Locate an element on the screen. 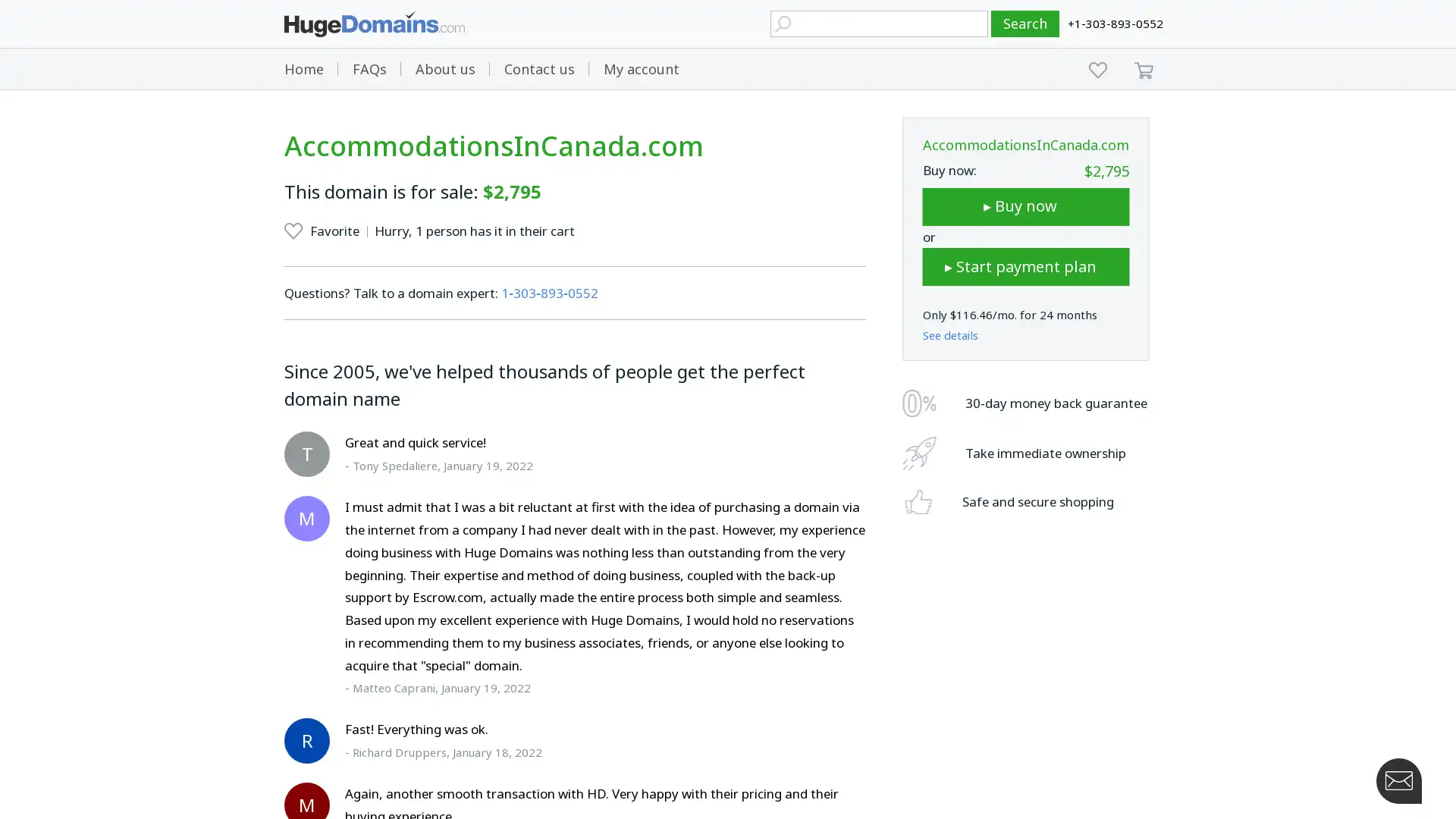  Search is located at coordinates (1025, 24).